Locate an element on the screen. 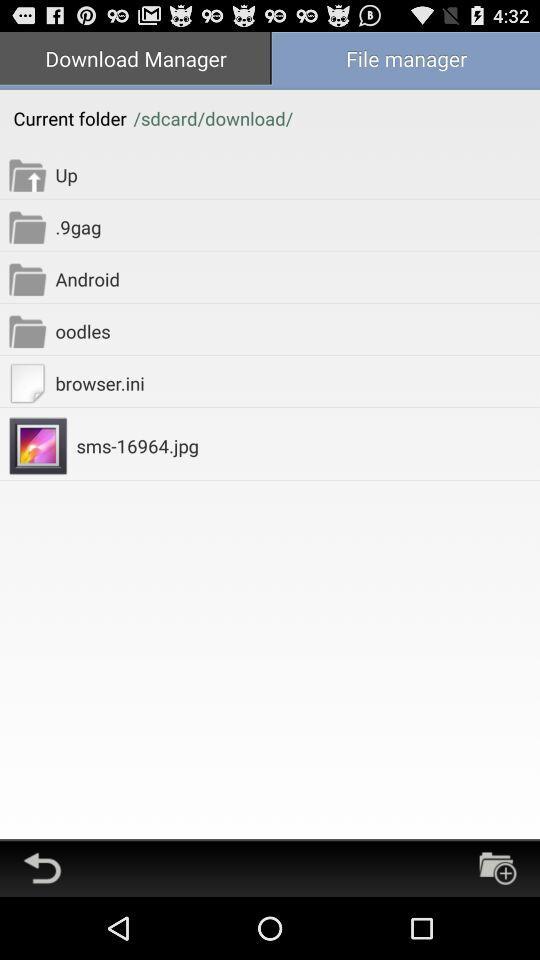 The height and width of the screenshot is (960, 540). oodles is located at coordinates (296, 331).